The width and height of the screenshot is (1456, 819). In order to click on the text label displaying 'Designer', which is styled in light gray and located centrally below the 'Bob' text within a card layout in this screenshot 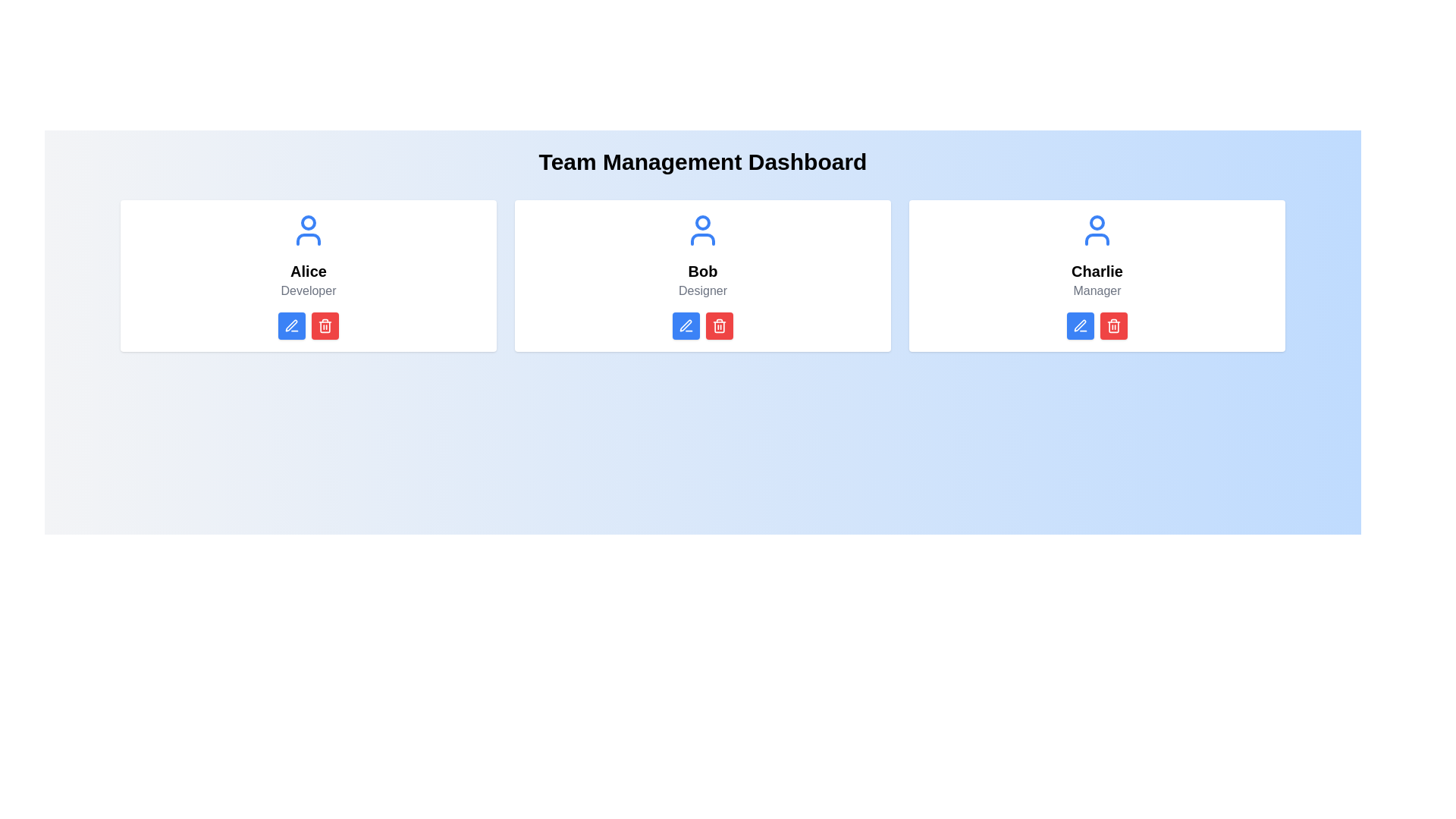, I will do `click(701, 291)`.